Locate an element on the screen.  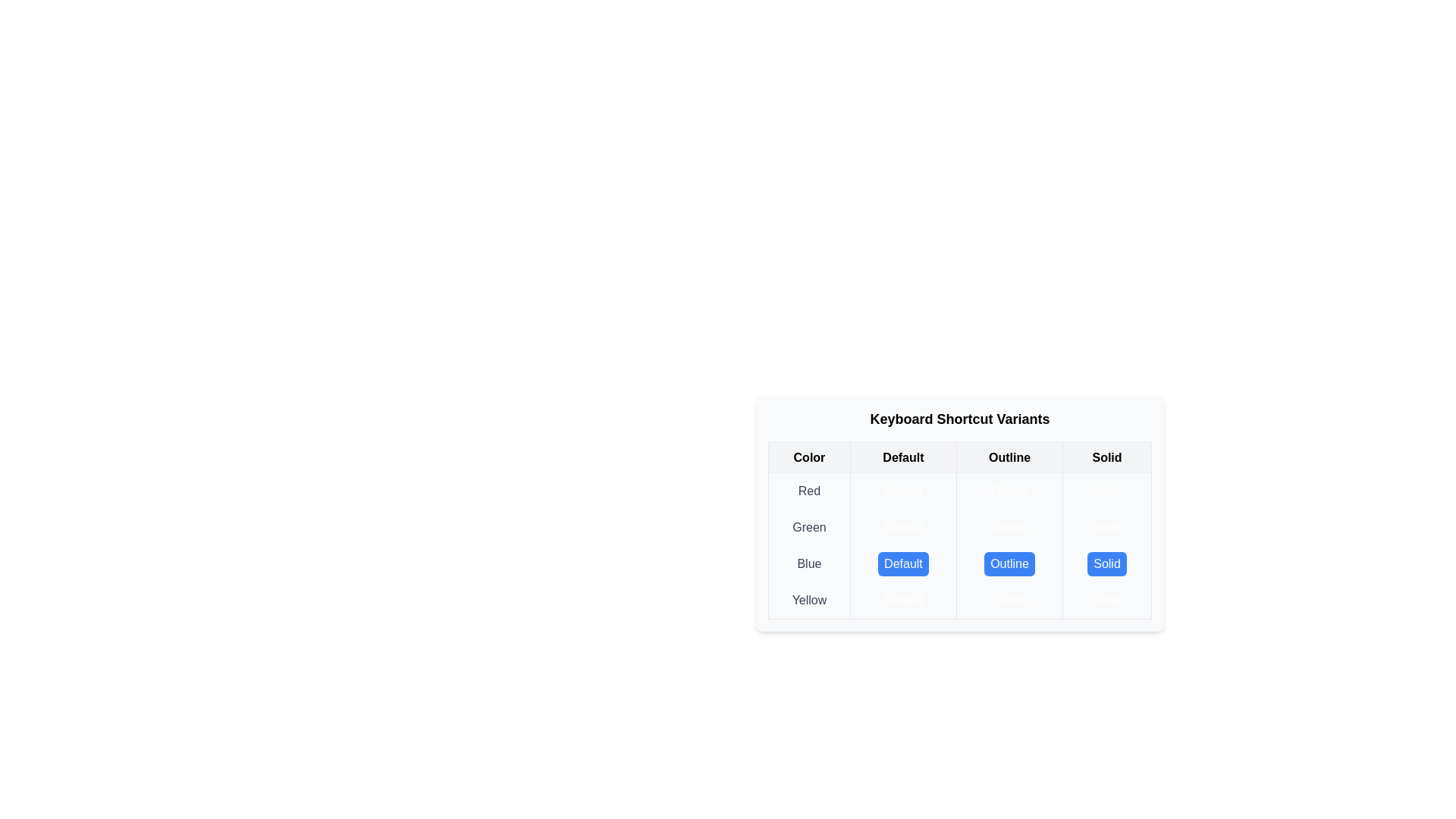
the table header with columns titled 'Color', 'Default', 'Outline', and 'Solid' via keyboard navigation is located at coordinates (959, 456).